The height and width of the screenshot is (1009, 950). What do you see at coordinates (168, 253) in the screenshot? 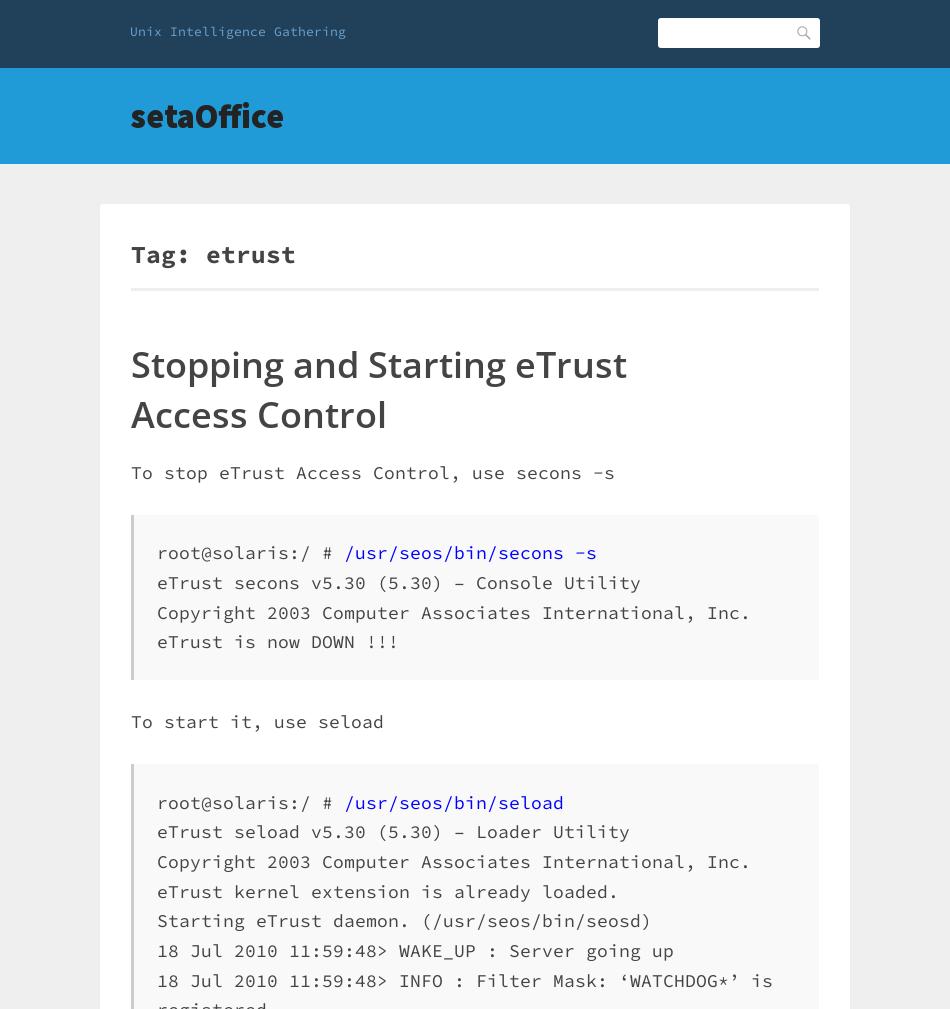
I see `'Tag:'` at bounding box center [168, 253].